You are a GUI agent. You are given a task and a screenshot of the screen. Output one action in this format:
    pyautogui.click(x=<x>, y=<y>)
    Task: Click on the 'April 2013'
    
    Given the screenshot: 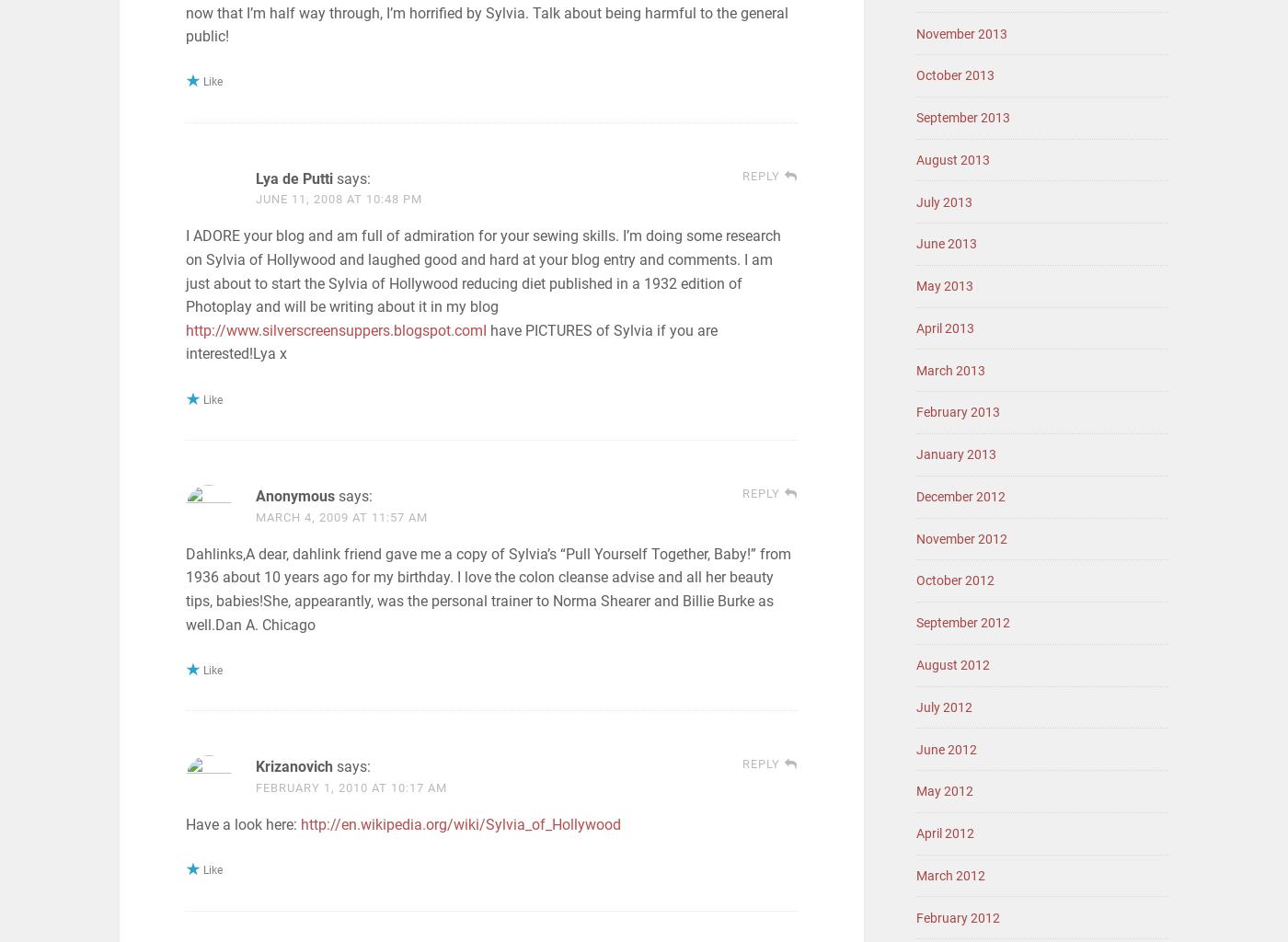 What is the action you would take?
    pyautogui.click(x=945, y=327)
    